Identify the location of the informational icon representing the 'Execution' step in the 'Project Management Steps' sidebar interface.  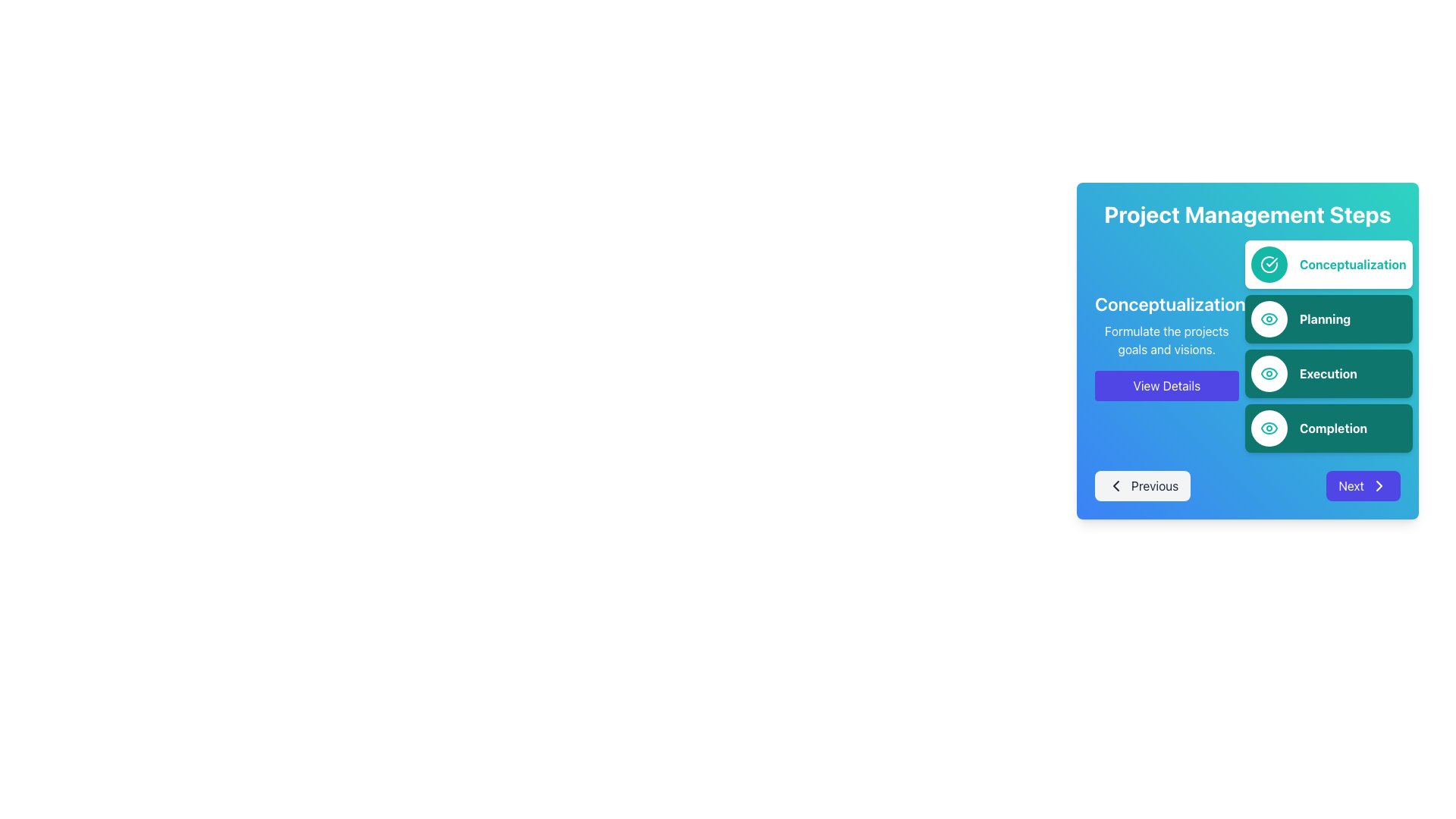
(1269, 374).